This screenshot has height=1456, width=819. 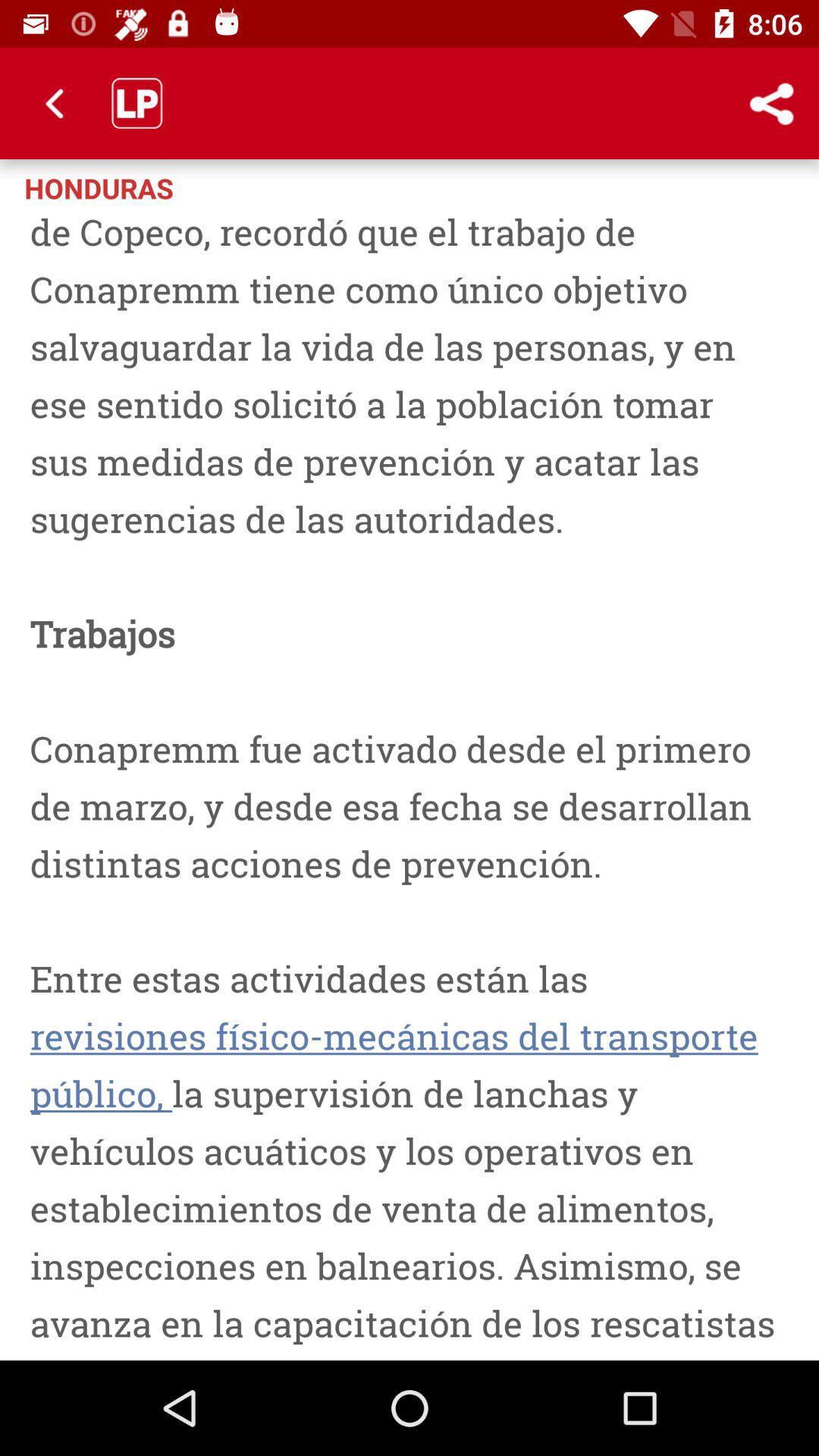 What do you see at coordinates (709, 186) in the screenshot?
I see `item next to the honduras item` at bounding box center [709, 186].